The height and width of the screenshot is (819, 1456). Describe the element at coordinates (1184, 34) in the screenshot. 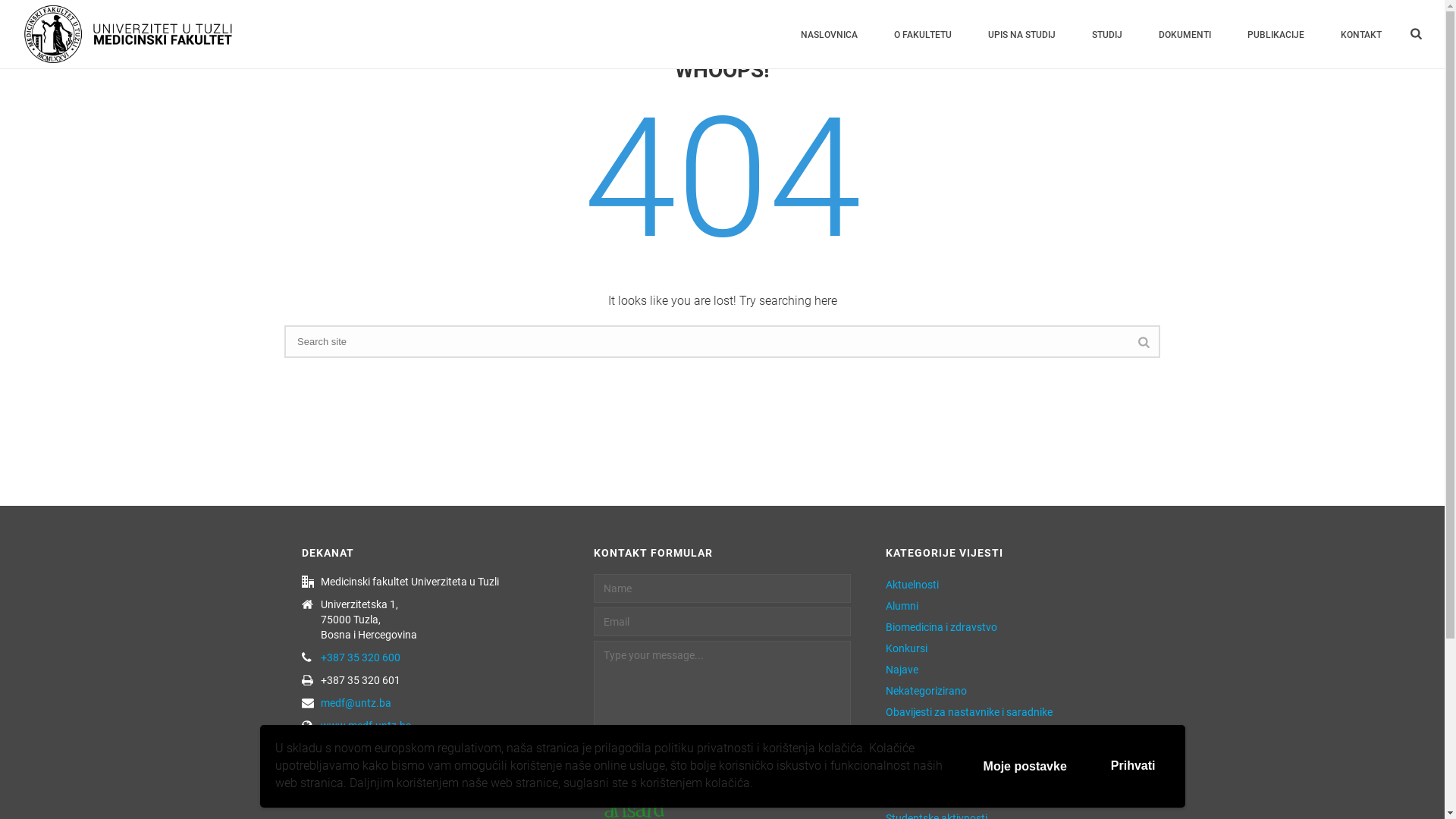

I see `'DOKUMENTI'` at that location.